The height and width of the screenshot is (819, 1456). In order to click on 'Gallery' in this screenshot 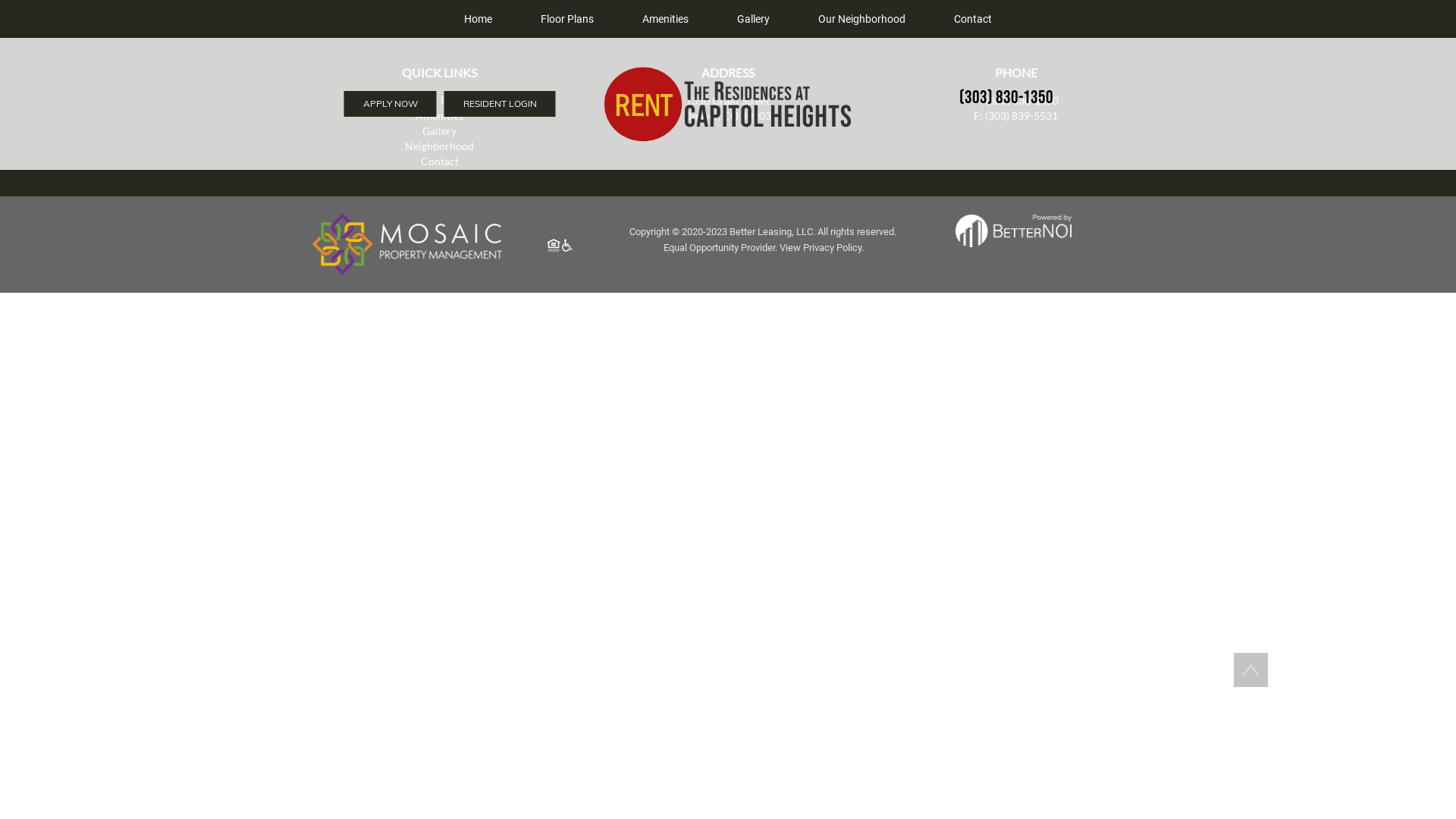, I will do `click(422, 130)`.